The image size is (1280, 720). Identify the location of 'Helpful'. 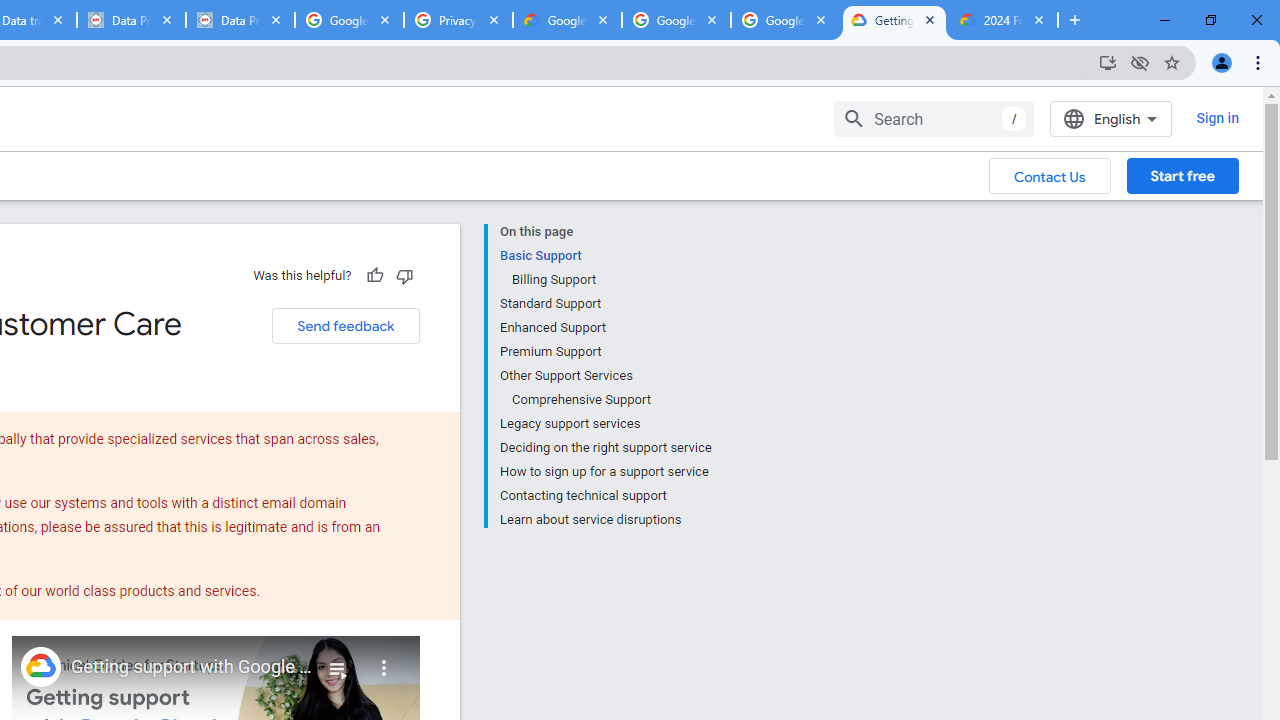
(374, 275).